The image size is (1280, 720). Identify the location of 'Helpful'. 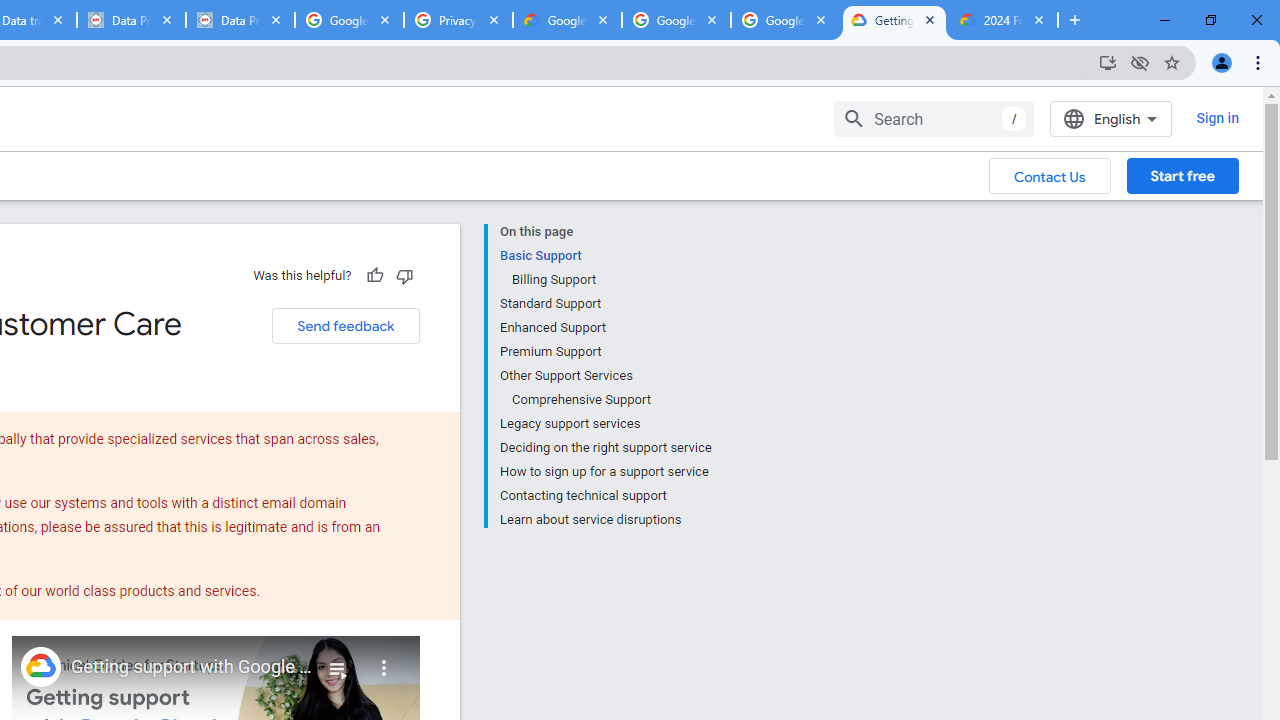
(374, 275).